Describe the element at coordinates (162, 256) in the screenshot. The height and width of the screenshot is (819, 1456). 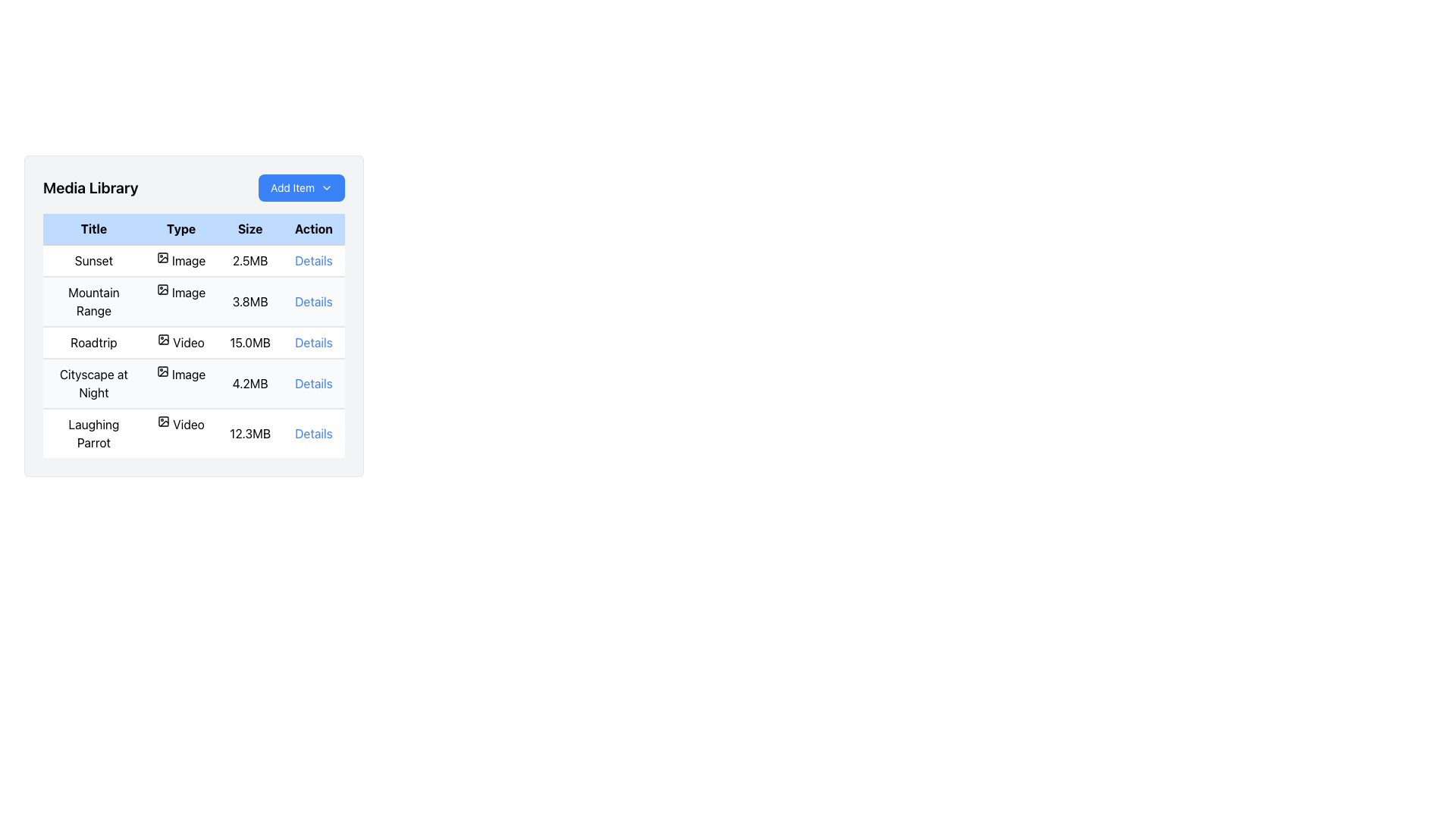
I see `the media type icon indicating 'Image' in the 'Media Library' table, specifically in the row associated with the title 'Sunset'` at that location.